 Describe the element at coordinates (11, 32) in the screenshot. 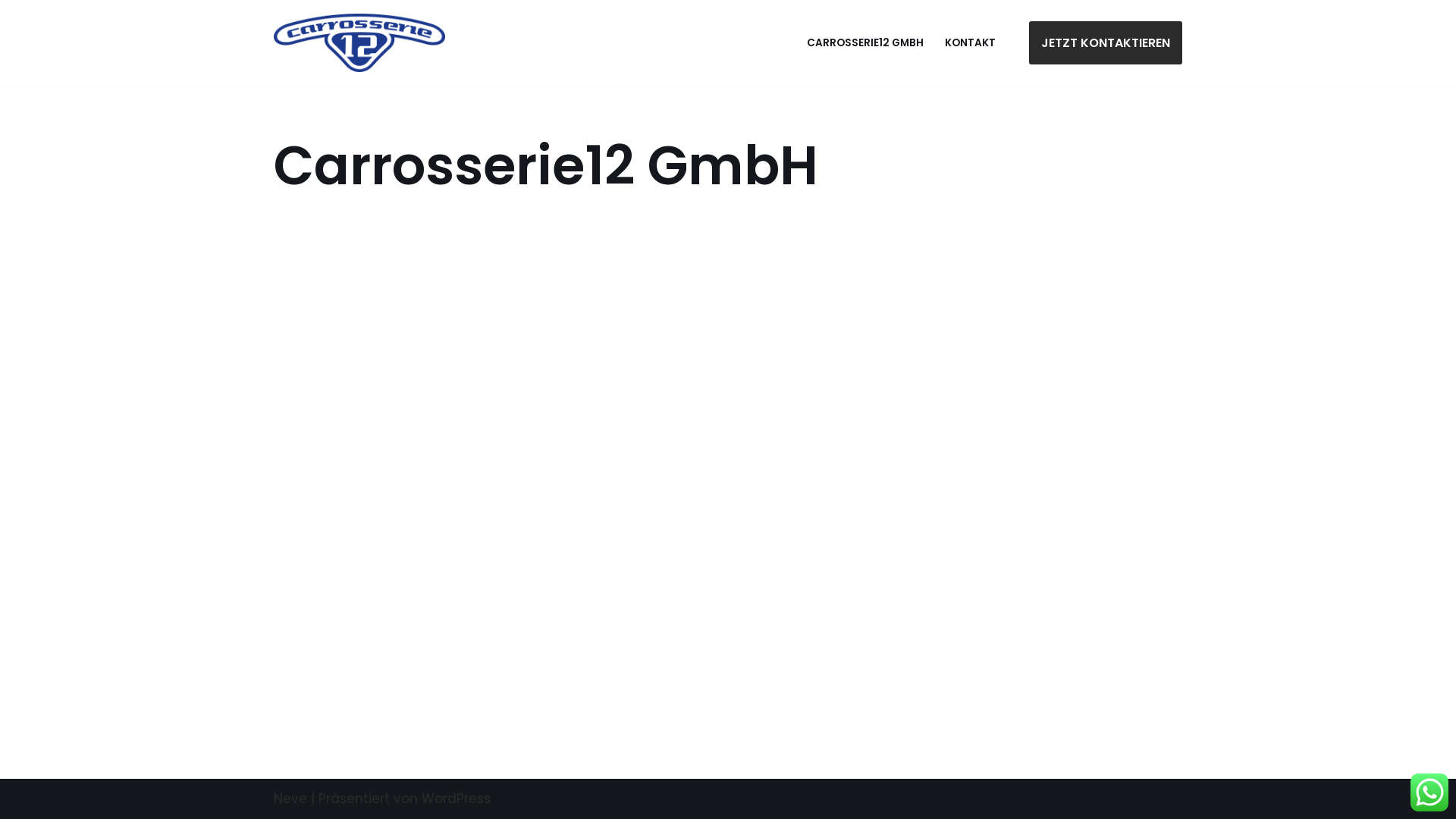

I see `'Zum Inhalt'` at that location.